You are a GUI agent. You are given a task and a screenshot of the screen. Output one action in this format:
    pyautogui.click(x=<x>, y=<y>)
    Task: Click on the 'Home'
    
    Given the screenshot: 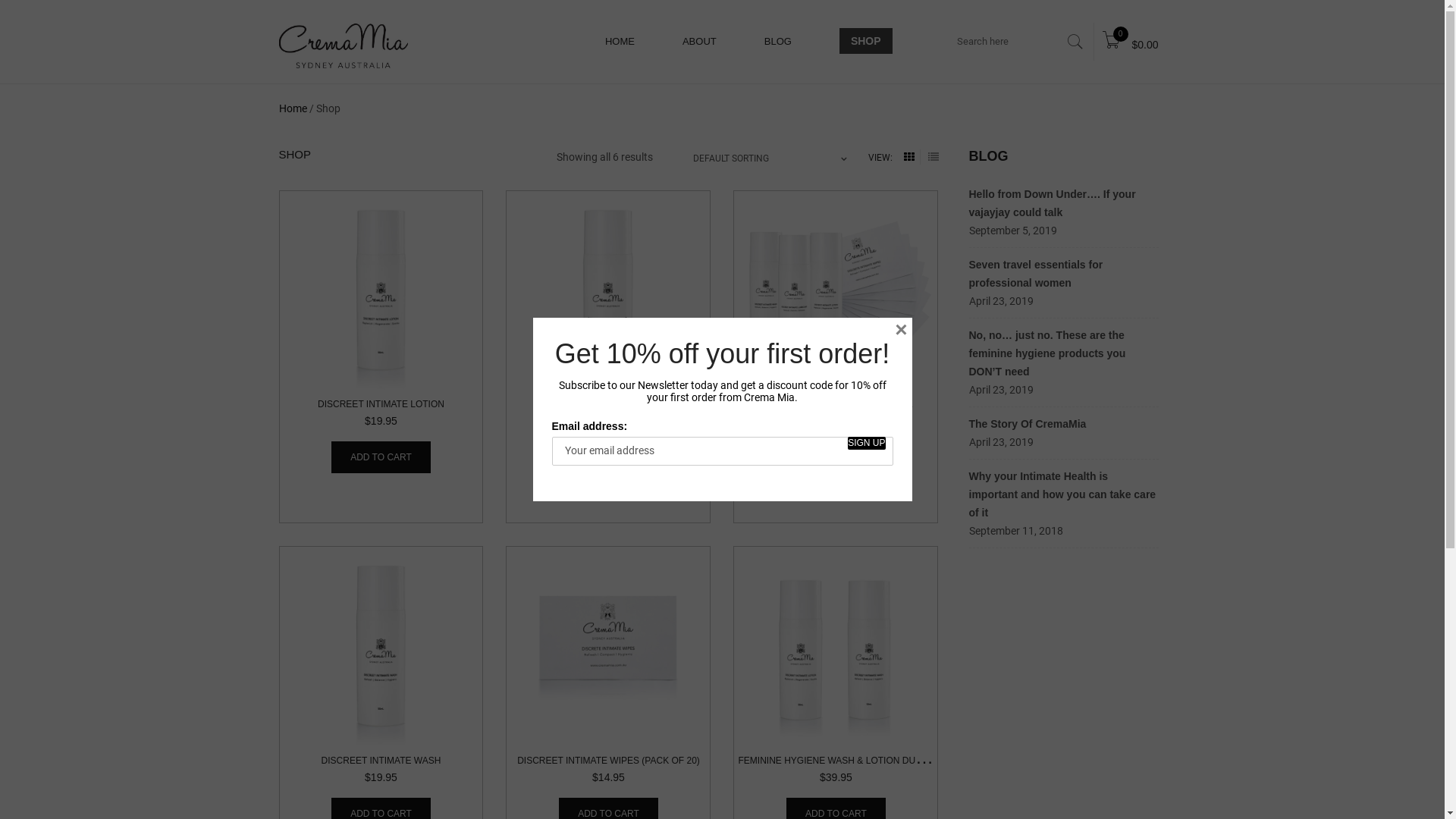 What is the action you would take?
    pyautogui.click(x=293, y=107)
    